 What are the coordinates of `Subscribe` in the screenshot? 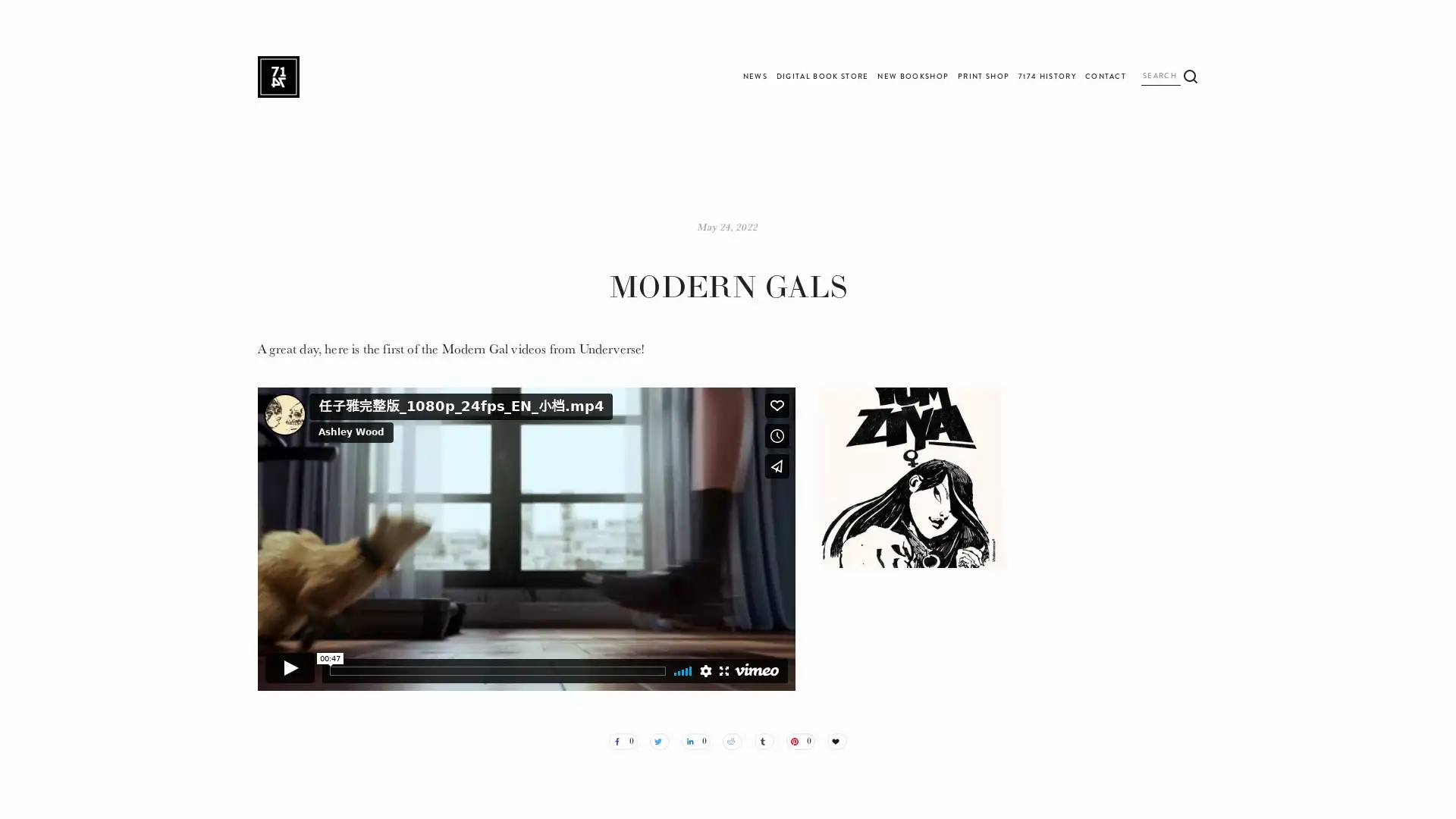 It's located at (856, 444).